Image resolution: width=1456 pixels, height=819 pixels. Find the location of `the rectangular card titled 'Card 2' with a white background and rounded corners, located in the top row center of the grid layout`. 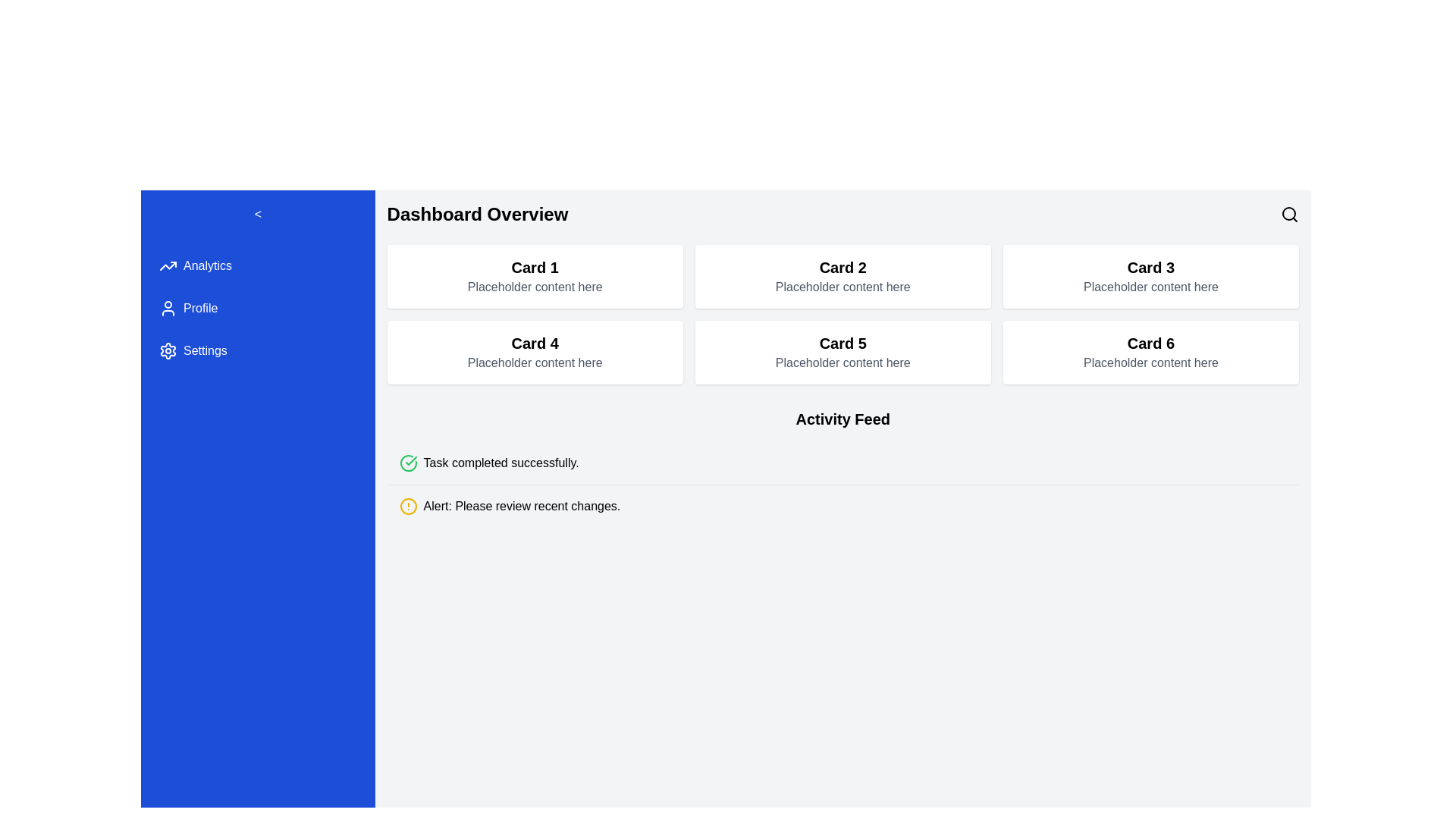

the rectangular card titled 'Card 2' with a white background and rounded corners, located in the top row center of the grid layout is located at coordinates (842, 277).